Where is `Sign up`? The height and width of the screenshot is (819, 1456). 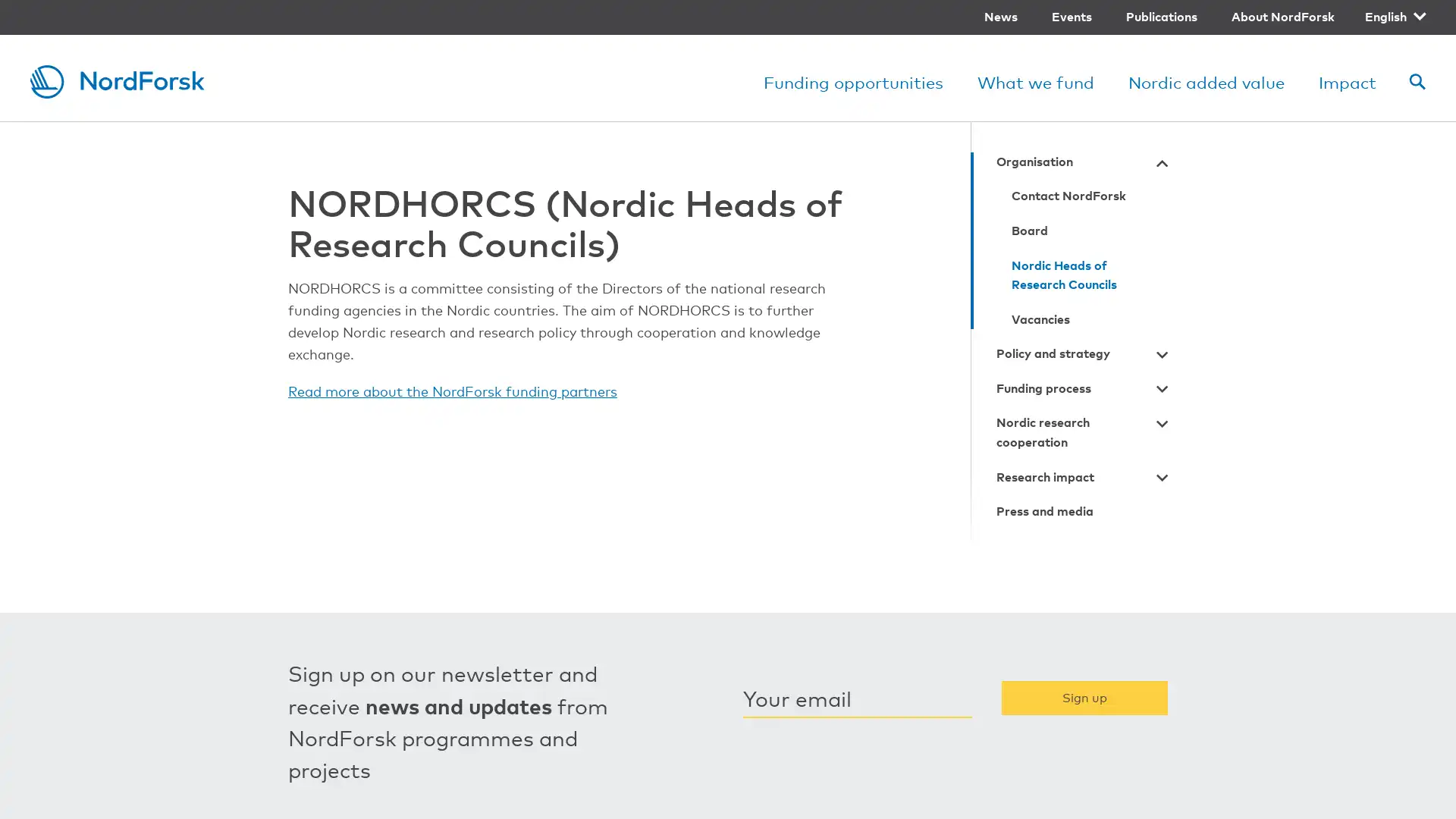
Sign up is located at coordinates (1084, 698).